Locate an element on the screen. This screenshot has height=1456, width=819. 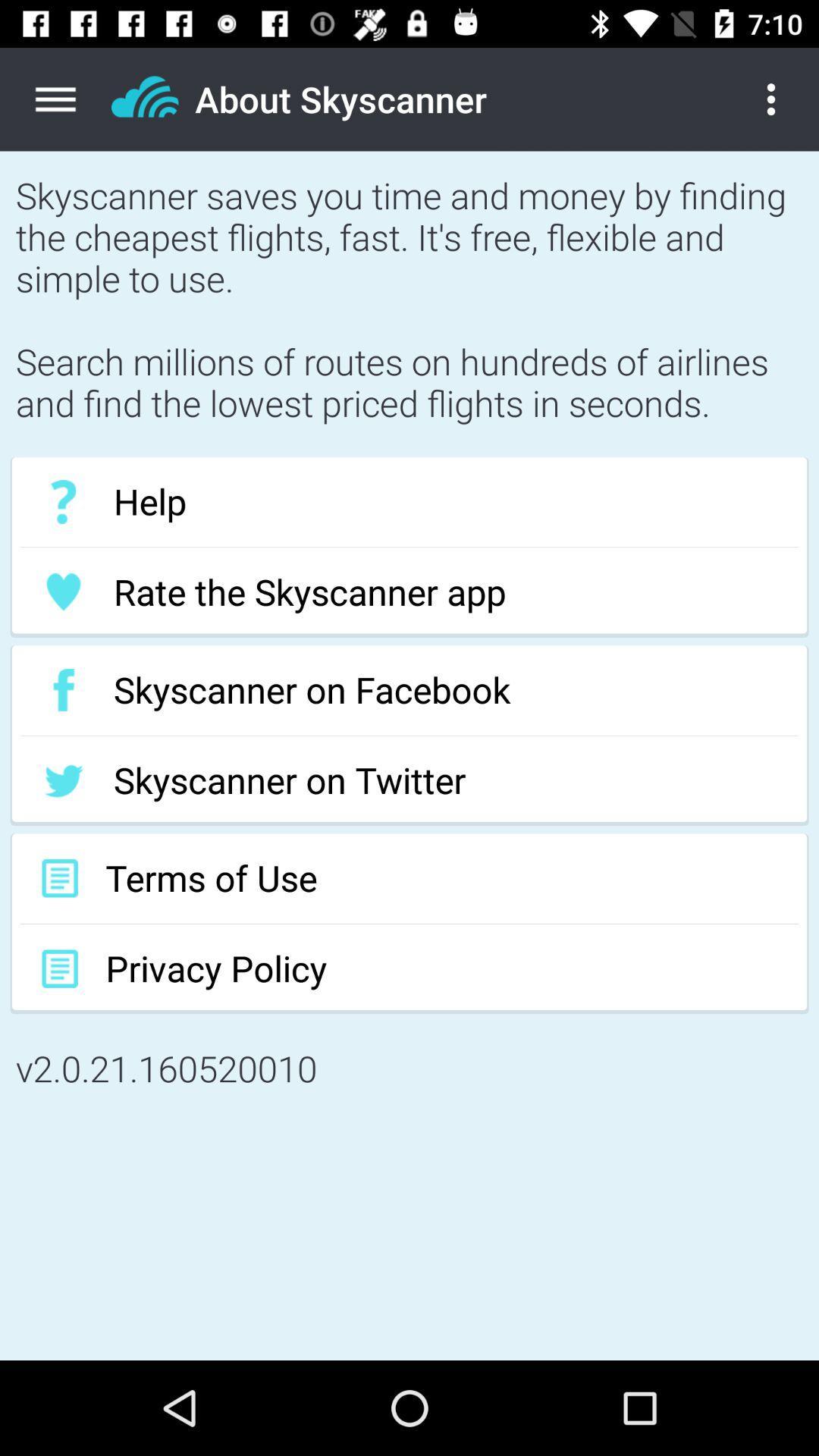
the help is located at coordinates (409, 502).